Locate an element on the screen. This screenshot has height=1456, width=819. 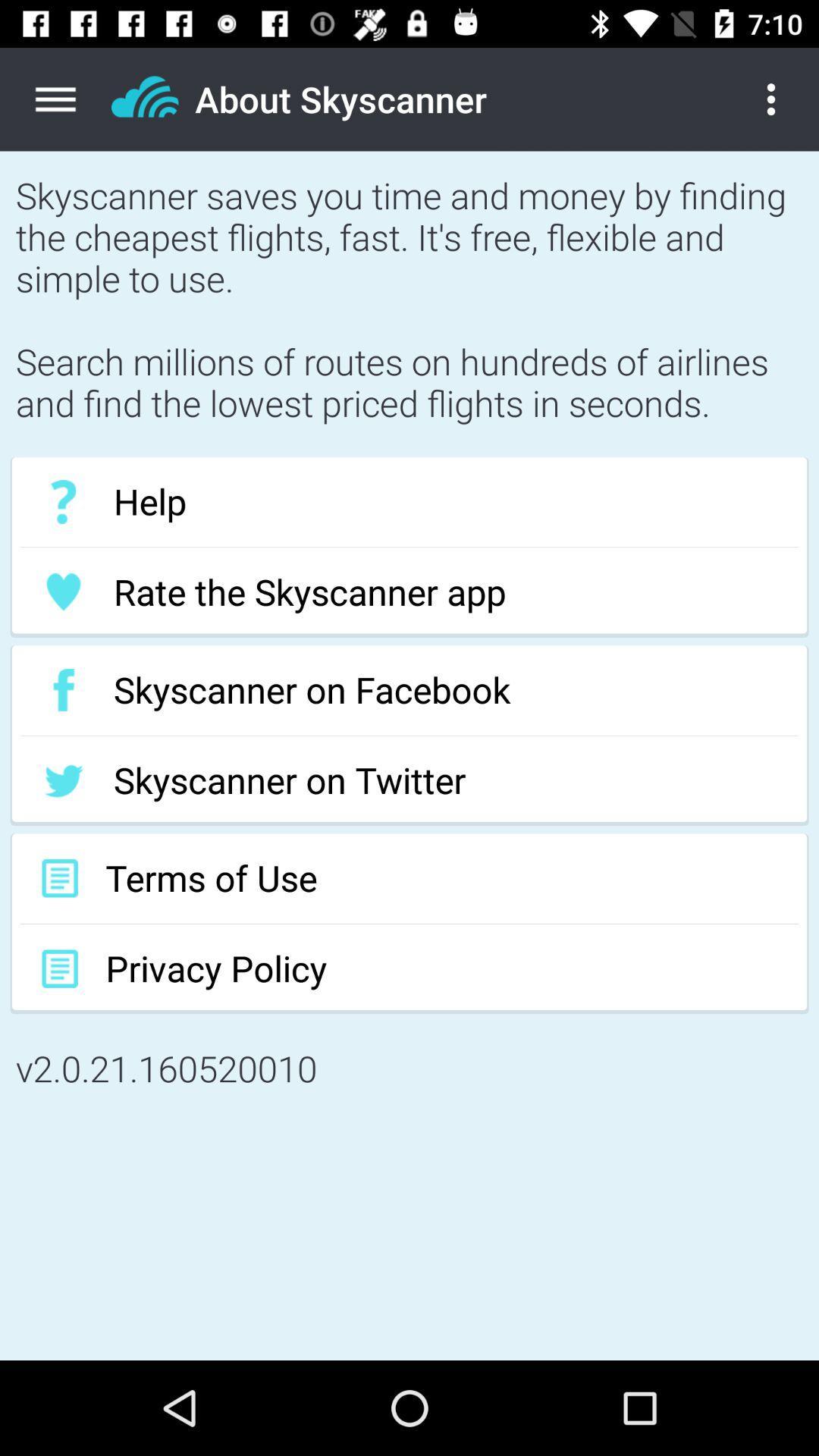
the help is located at coordinates (409, 502).